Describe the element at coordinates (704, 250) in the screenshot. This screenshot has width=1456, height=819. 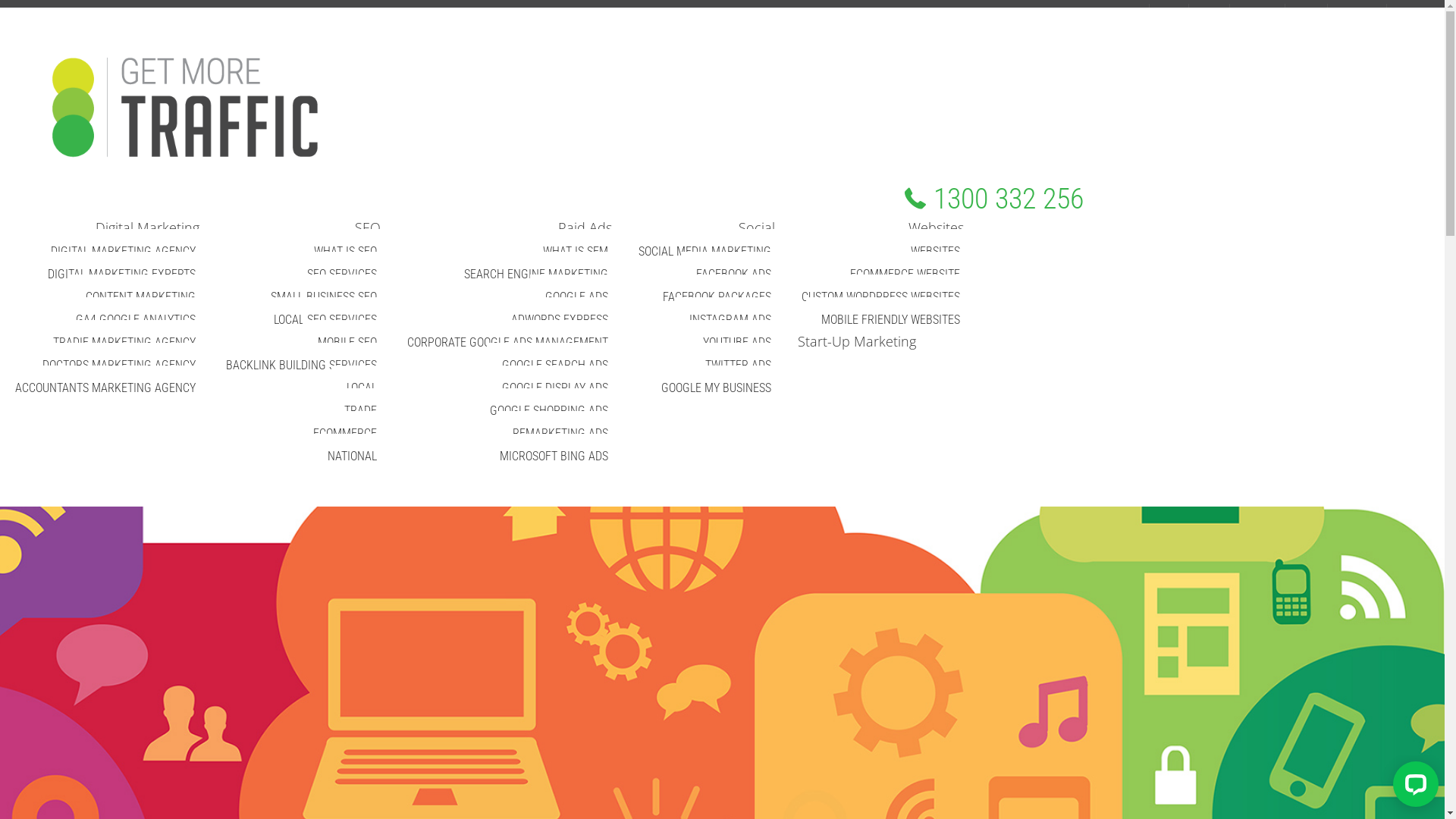
I see `'SOCIAL MEDIA MARKETING'` at that location.